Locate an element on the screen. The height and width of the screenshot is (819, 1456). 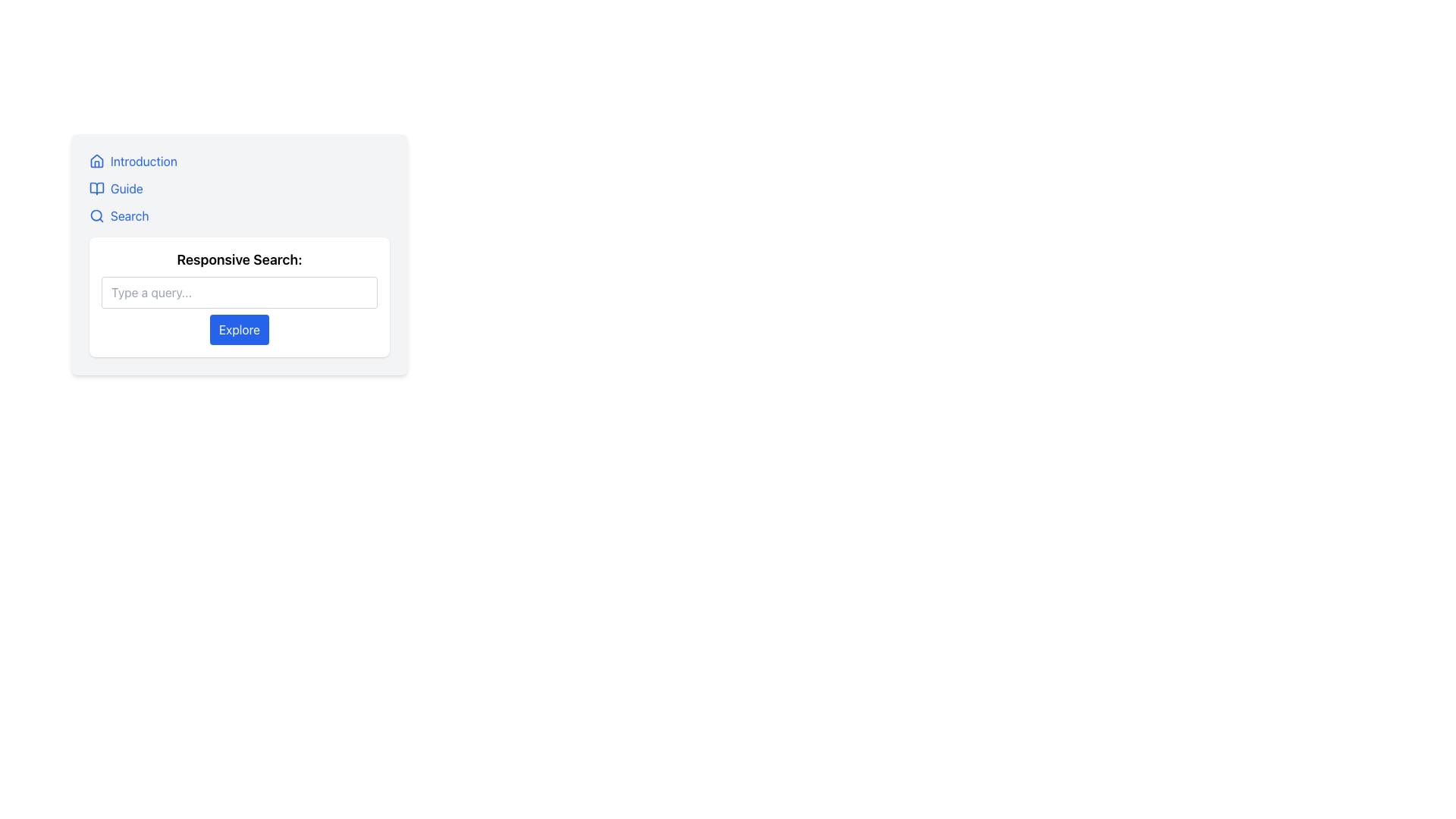
the 'Guide' navigation icon, which is a vector shape resembling an open book is located at coordinates (96, 188).